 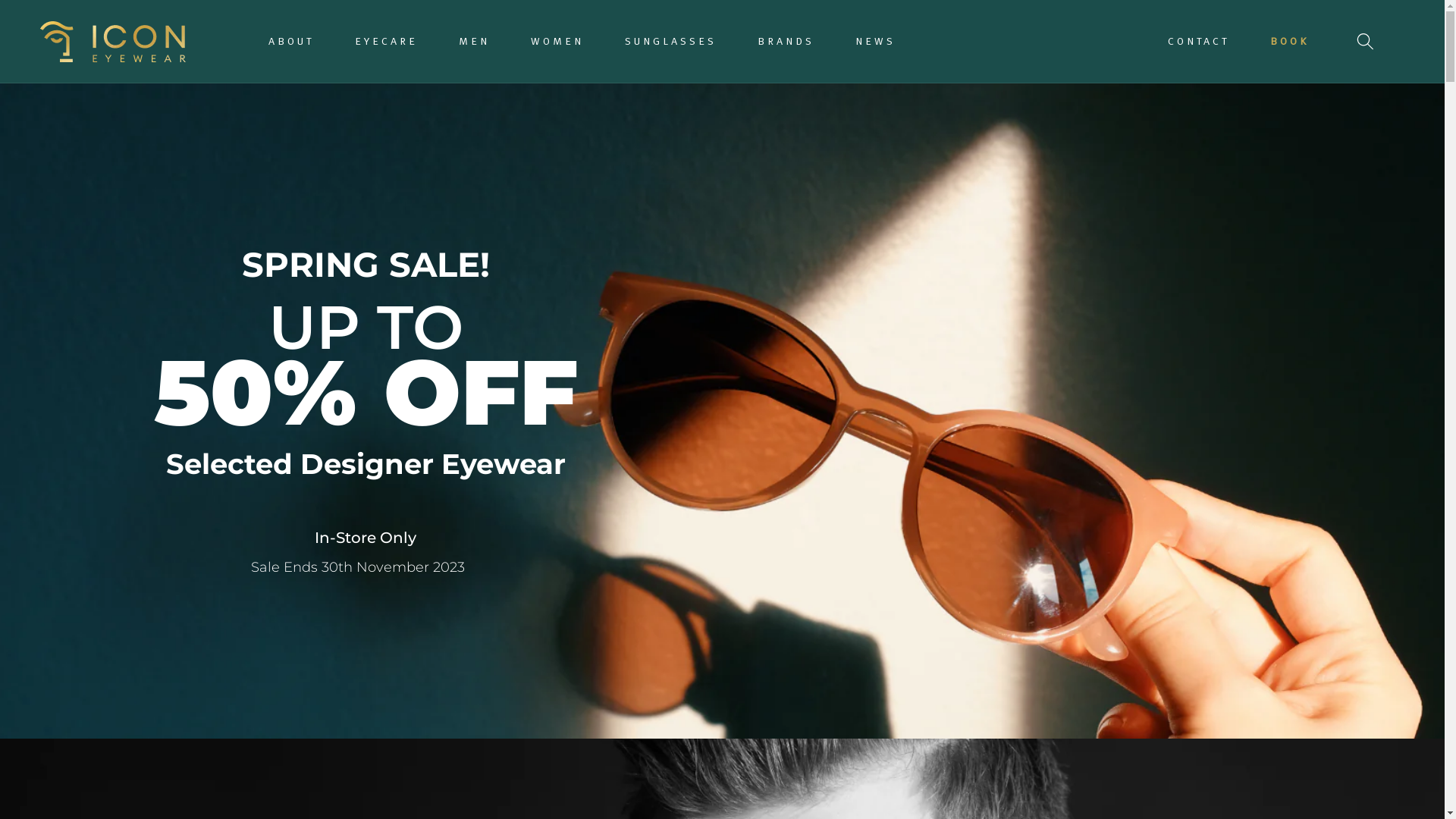 What do you see at coordinates (1197, 40) in the screenshot?
I see `'CONTACT'` at bounding box center [1197, 40].